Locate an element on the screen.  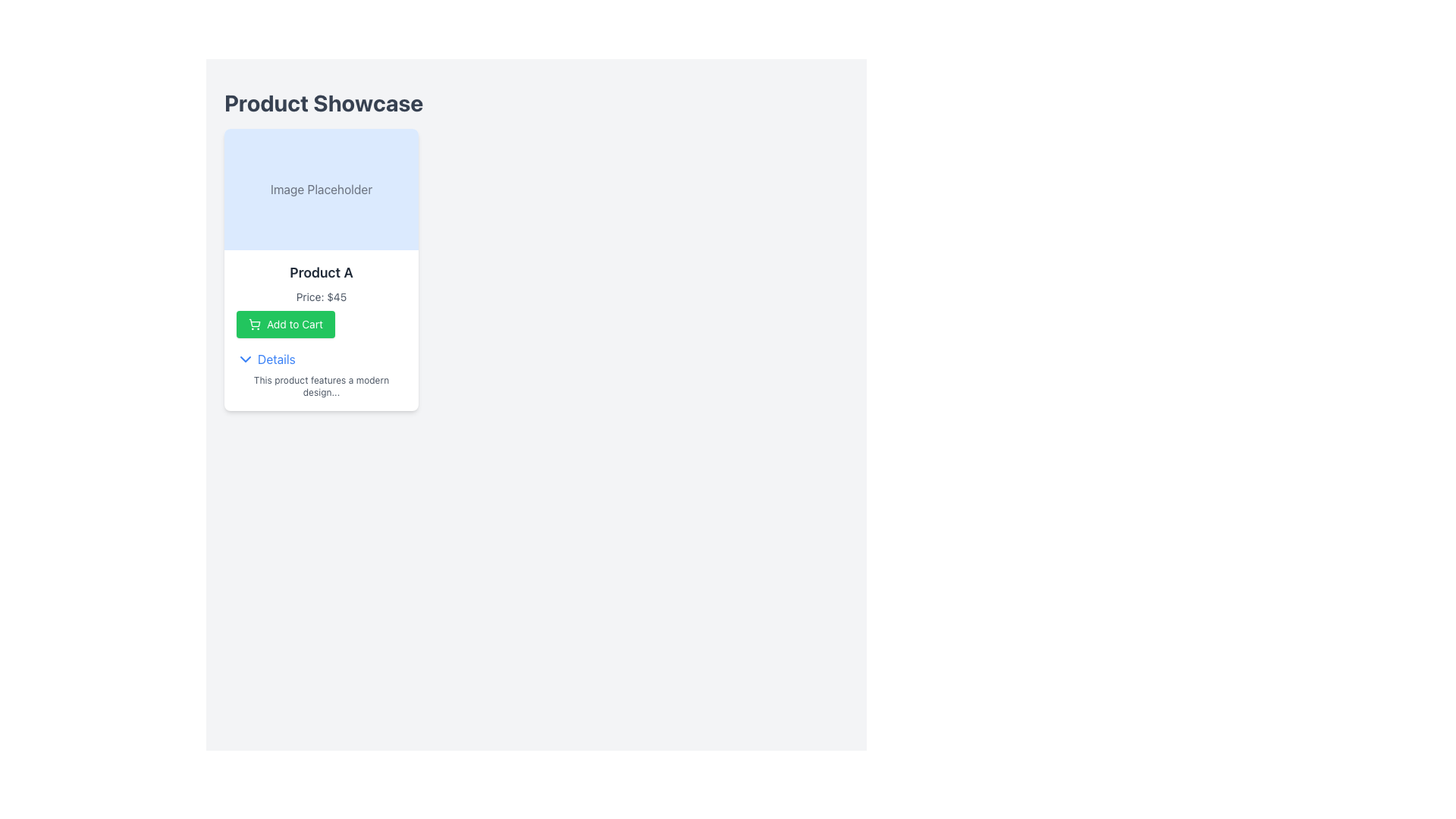
the 'Add to Cart' button, which is a green rectangular button with rounded edges located below the price '$45' and above the 'Details' link is located at coordinates (286, 324).